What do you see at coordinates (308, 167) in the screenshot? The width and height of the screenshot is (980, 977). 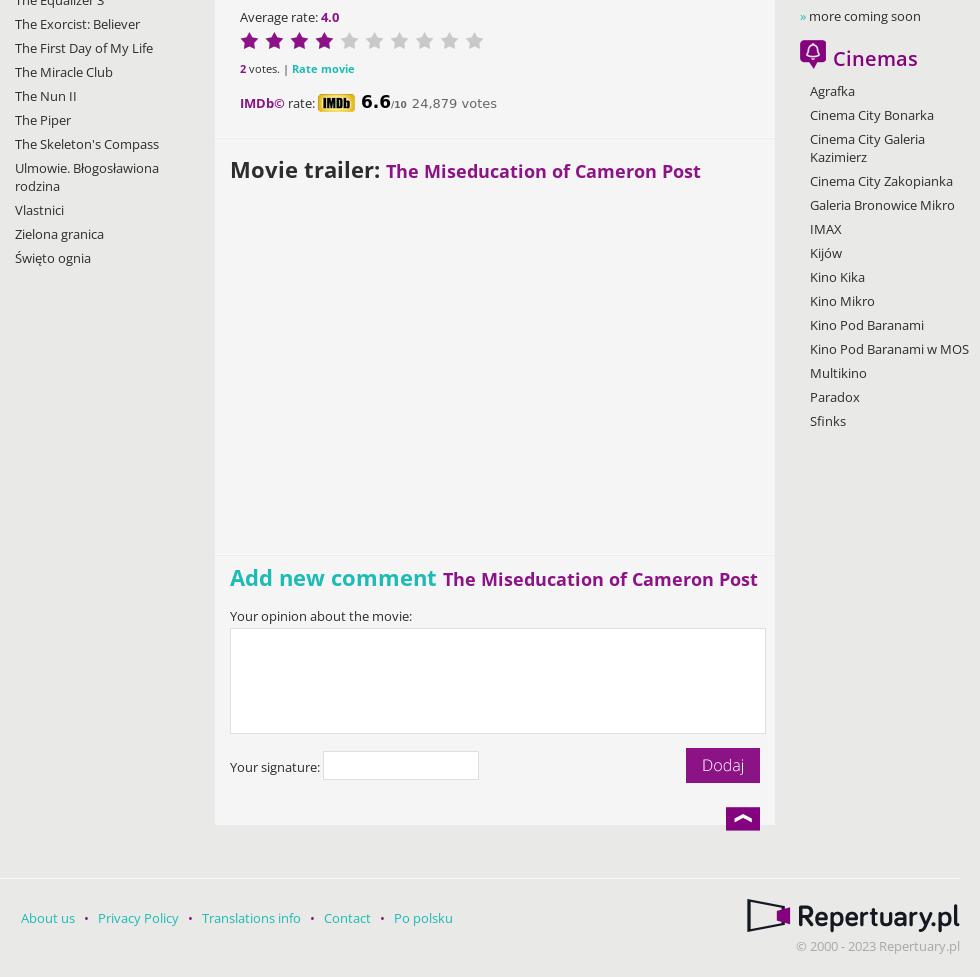 I see `'Movie trailer:'` at bounding box center [308, 167].